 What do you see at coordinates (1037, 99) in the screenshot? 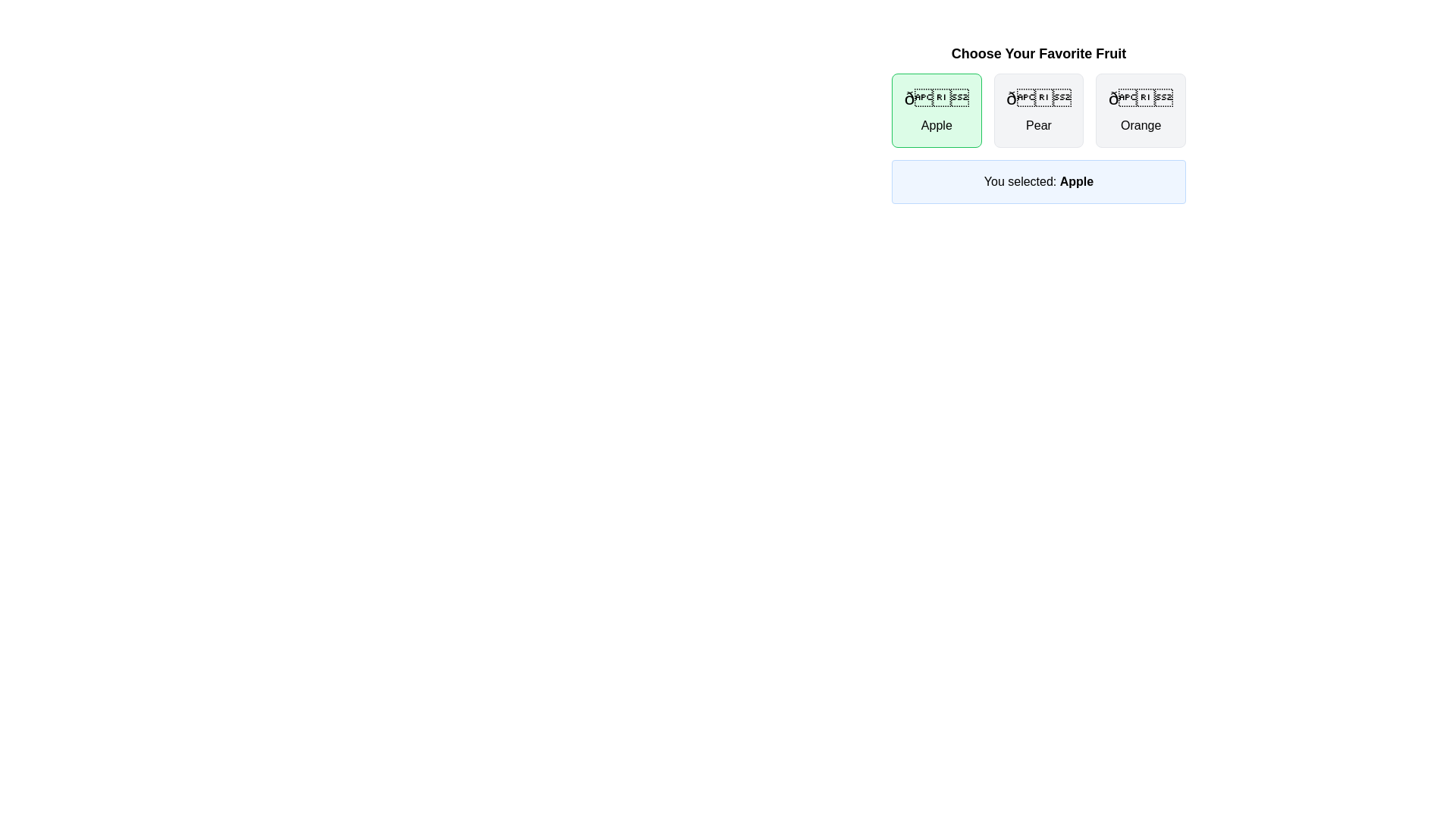
I see `the large pear emoji displayed in bold font, centrally located in the second column of the card labeled 'Pear', above the text 'Pear'` at bounding box center [1037, 99].